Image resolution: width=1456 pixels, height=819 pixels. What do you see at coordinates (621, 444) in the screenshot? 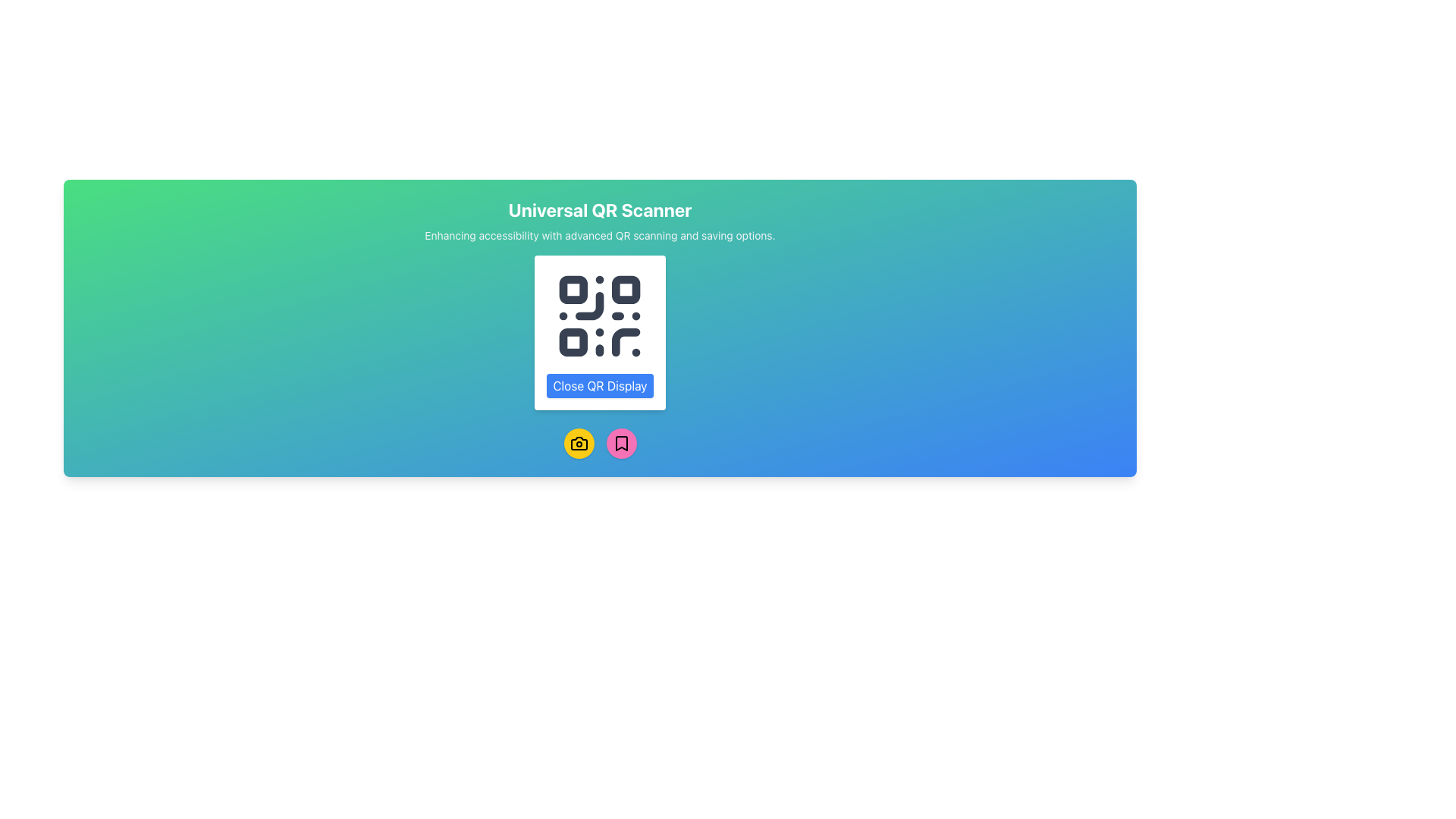
I see `the icon button located in the bottom-right corner of the main interactive section, which is situated to the right of a yellow camera icon` at bounding box center [621, 444].